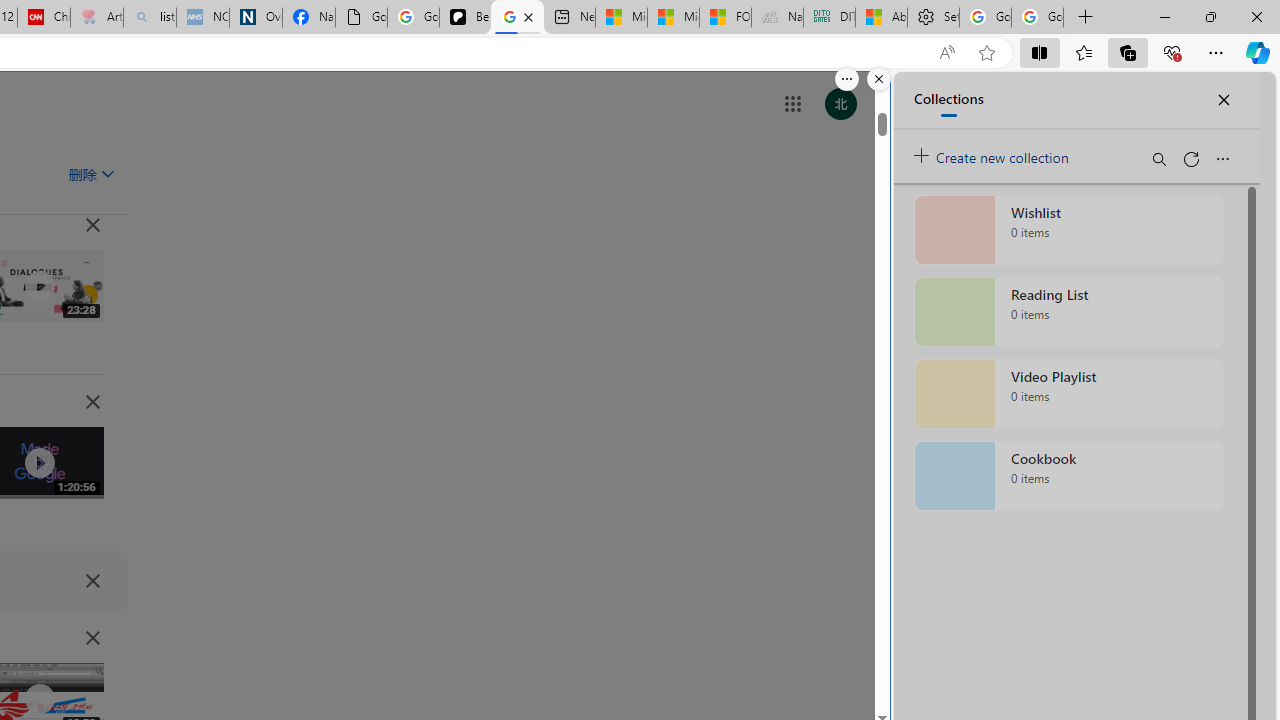 This screenshot has height=720, width=1280. I want to click on 'Class: asE2Ub NMm5M', so click(106, 172).